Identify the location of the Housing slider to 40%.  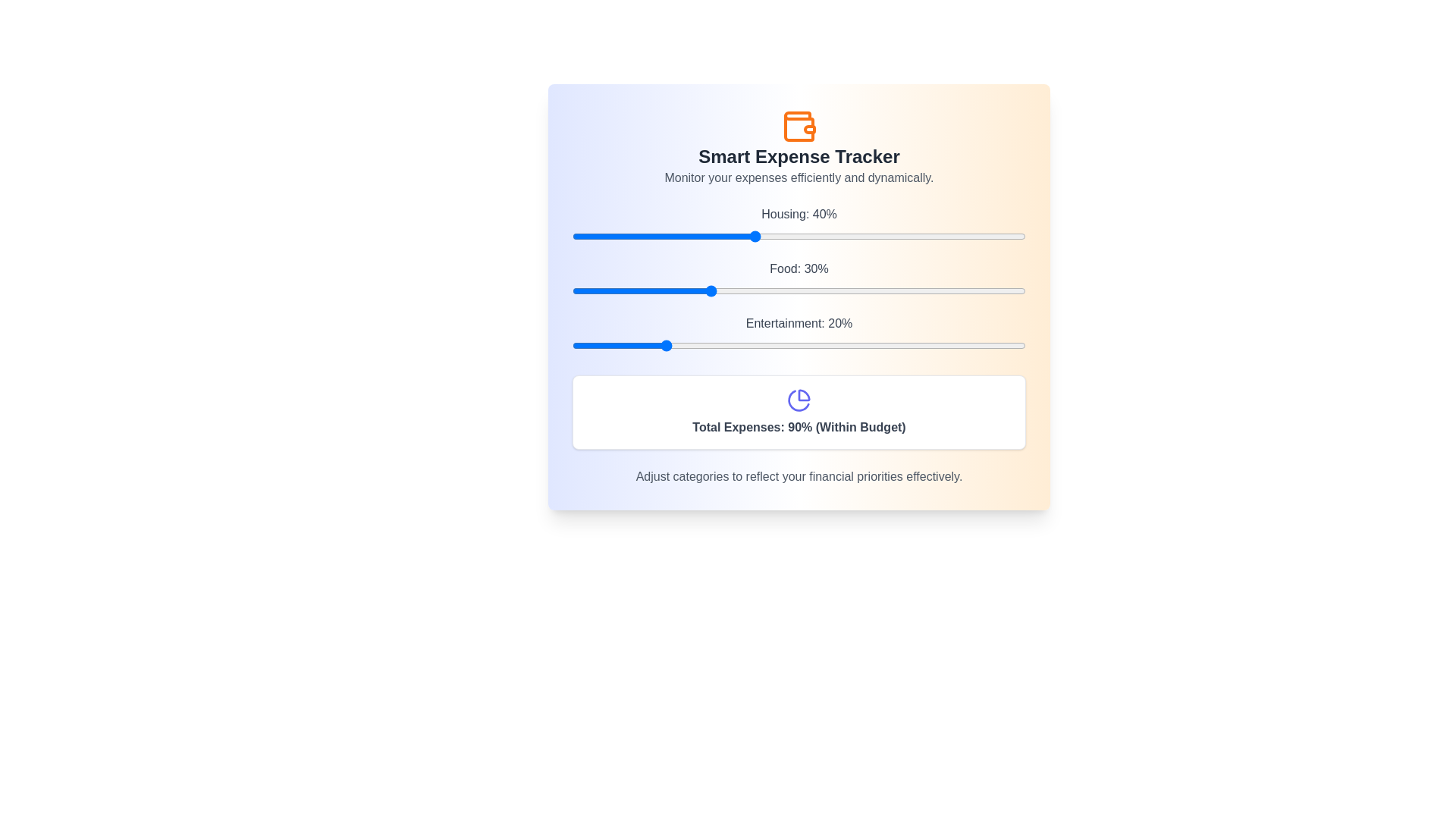
(754, 237).